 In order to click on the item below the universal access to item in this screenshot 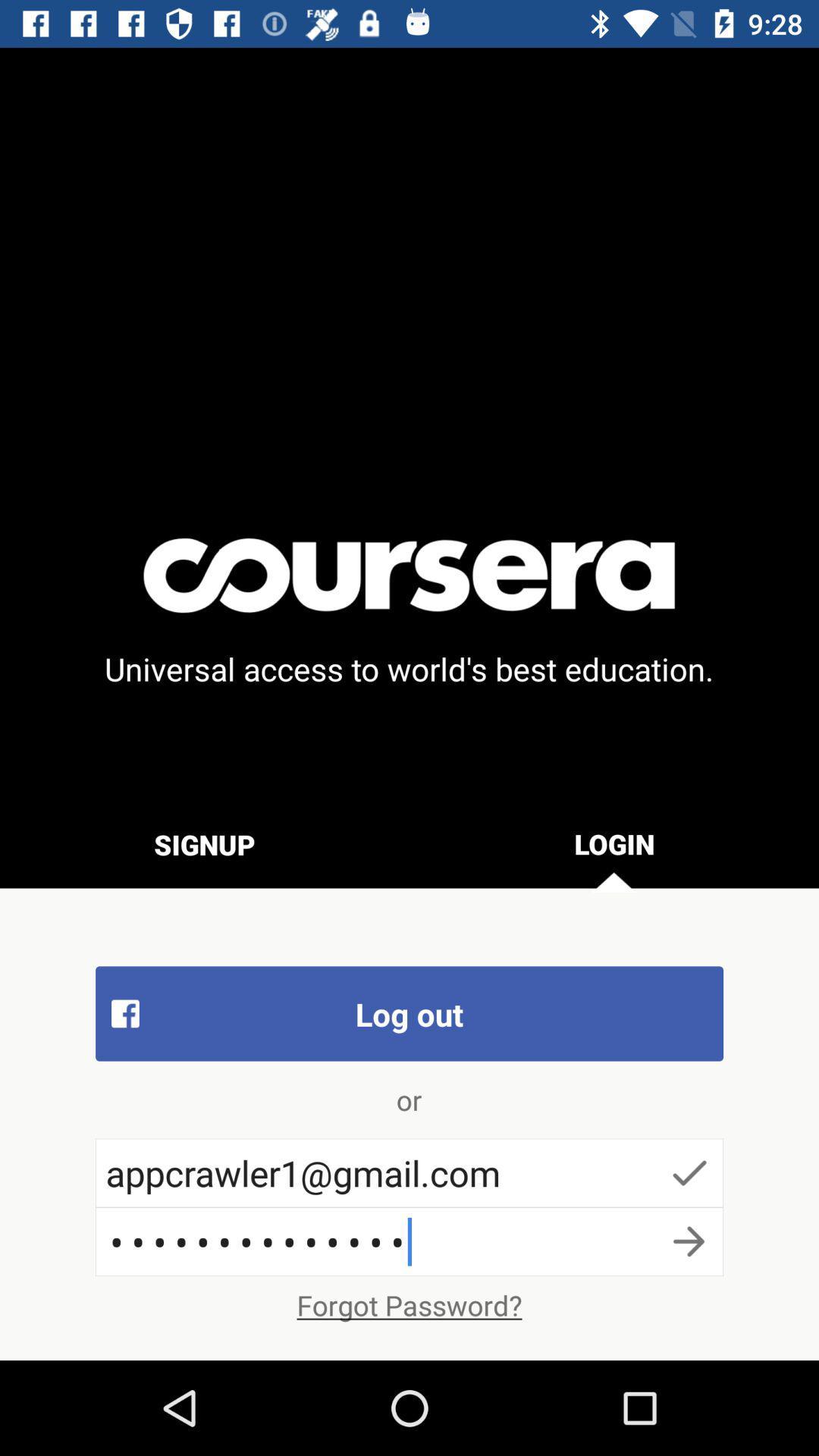, I will do `click(205, 843)`.